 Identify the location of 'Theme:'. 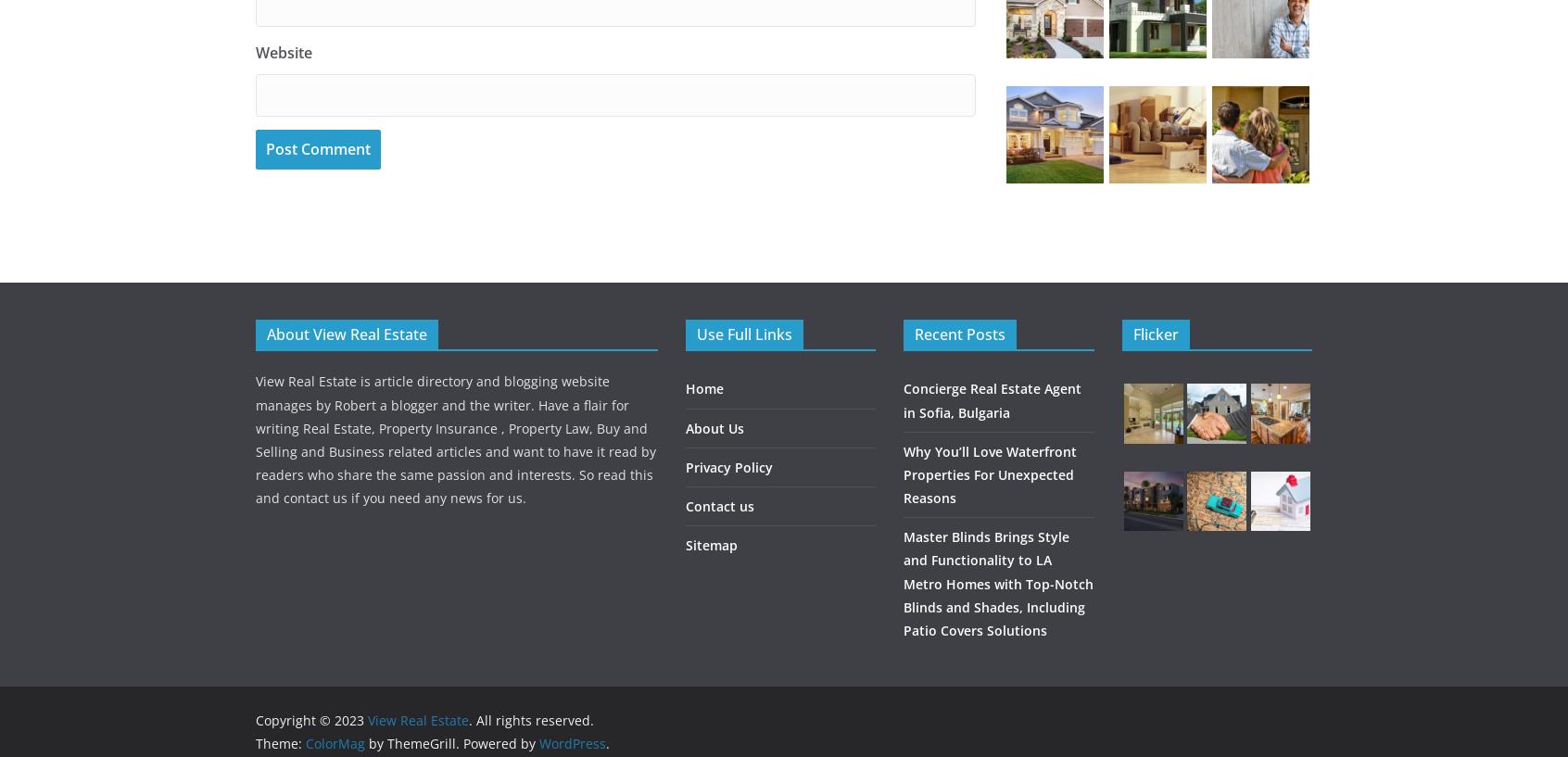
(280, 743).